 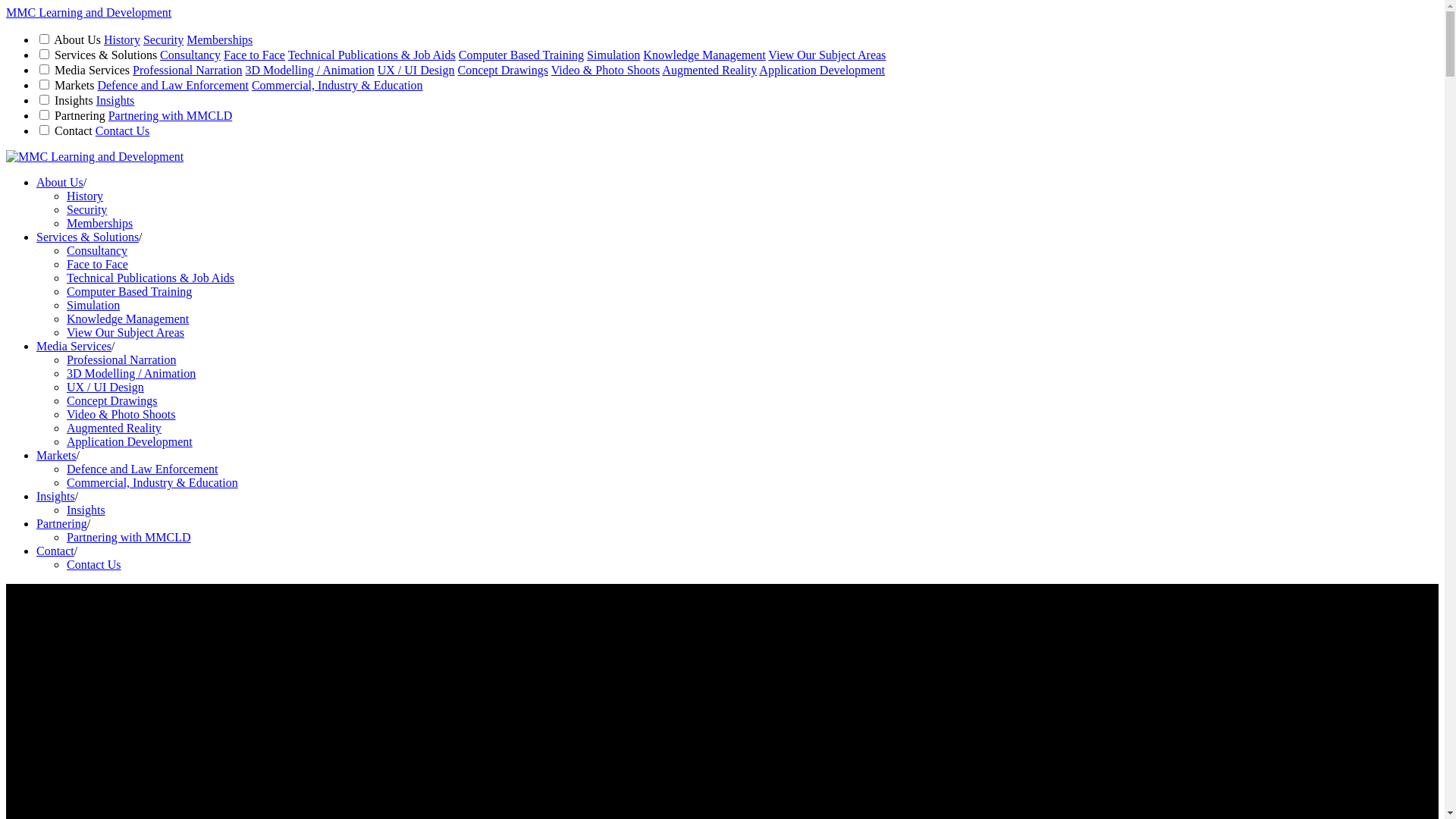 What do you see at coordinates (125, 331) in the screenshot?
I see `'View Our Subject Areas'` at bounding box center [125, 331].